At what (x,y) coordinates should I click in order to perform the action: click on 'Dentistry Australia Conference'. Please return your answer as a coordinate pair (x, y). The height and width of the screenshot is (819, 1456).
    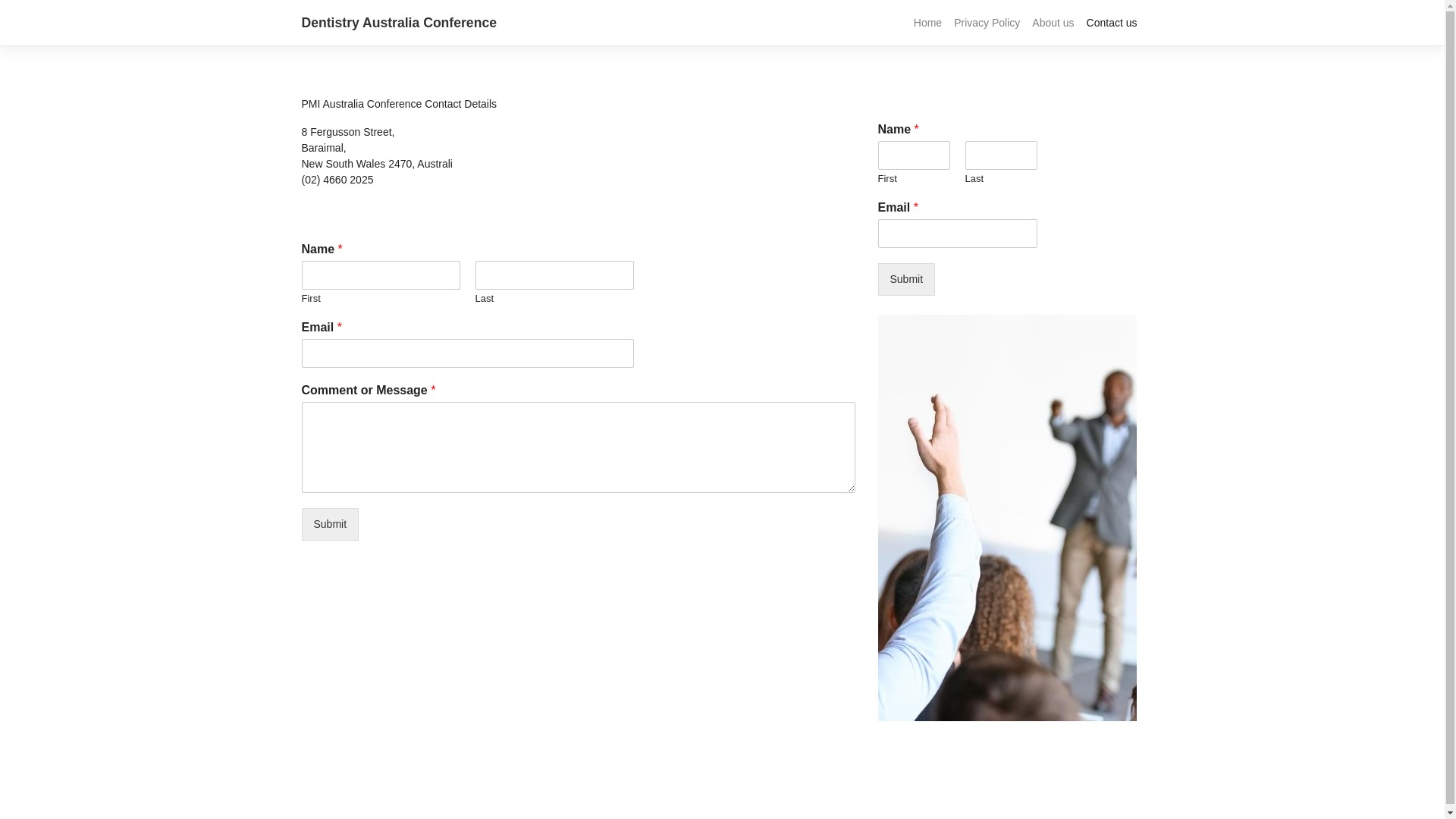
    Looking at the image, I should click on (302, 23).